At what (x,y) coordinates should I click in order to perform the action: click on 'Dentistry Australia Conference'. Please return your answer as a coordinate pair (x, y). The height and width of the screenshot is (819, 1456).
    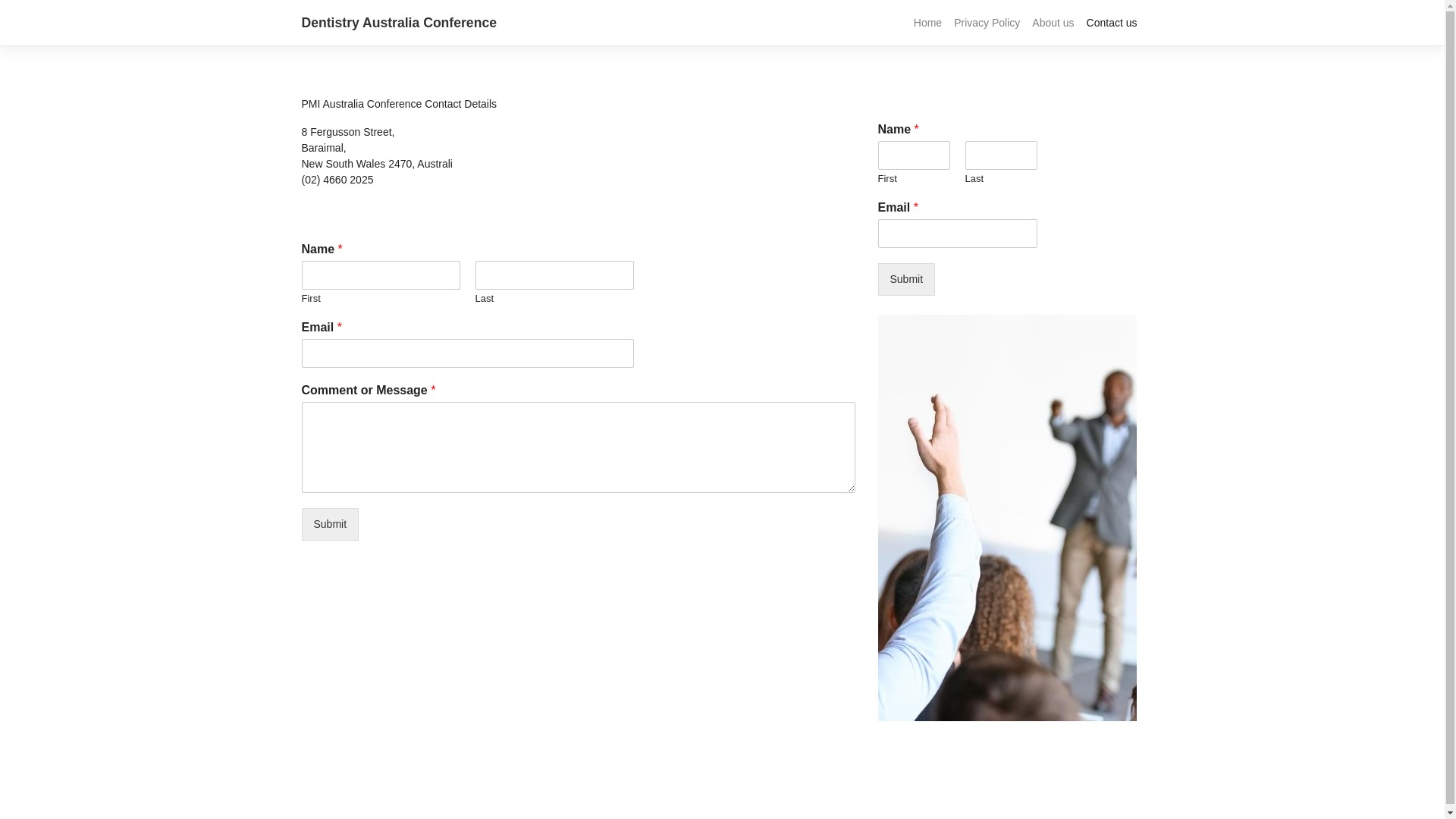
    Looking at the image, I should click on (302, 23).